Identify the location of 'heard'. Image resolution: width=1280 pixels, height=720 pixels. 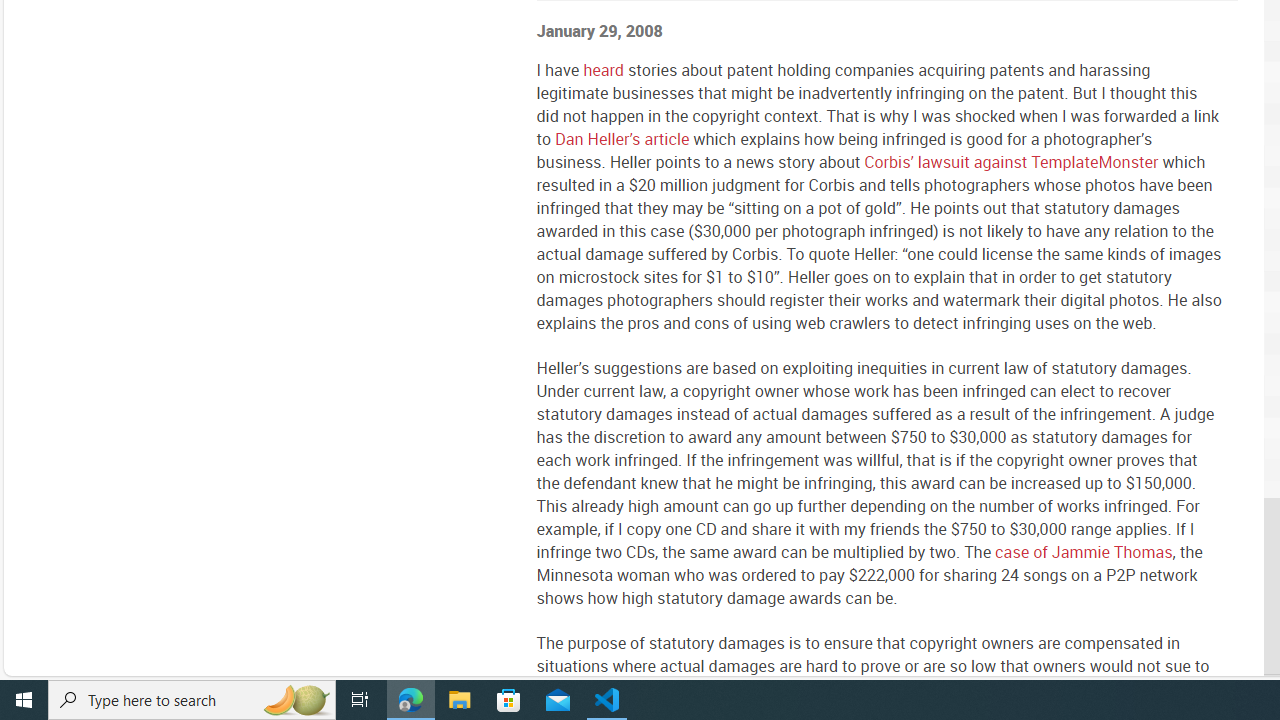
(602, 68).